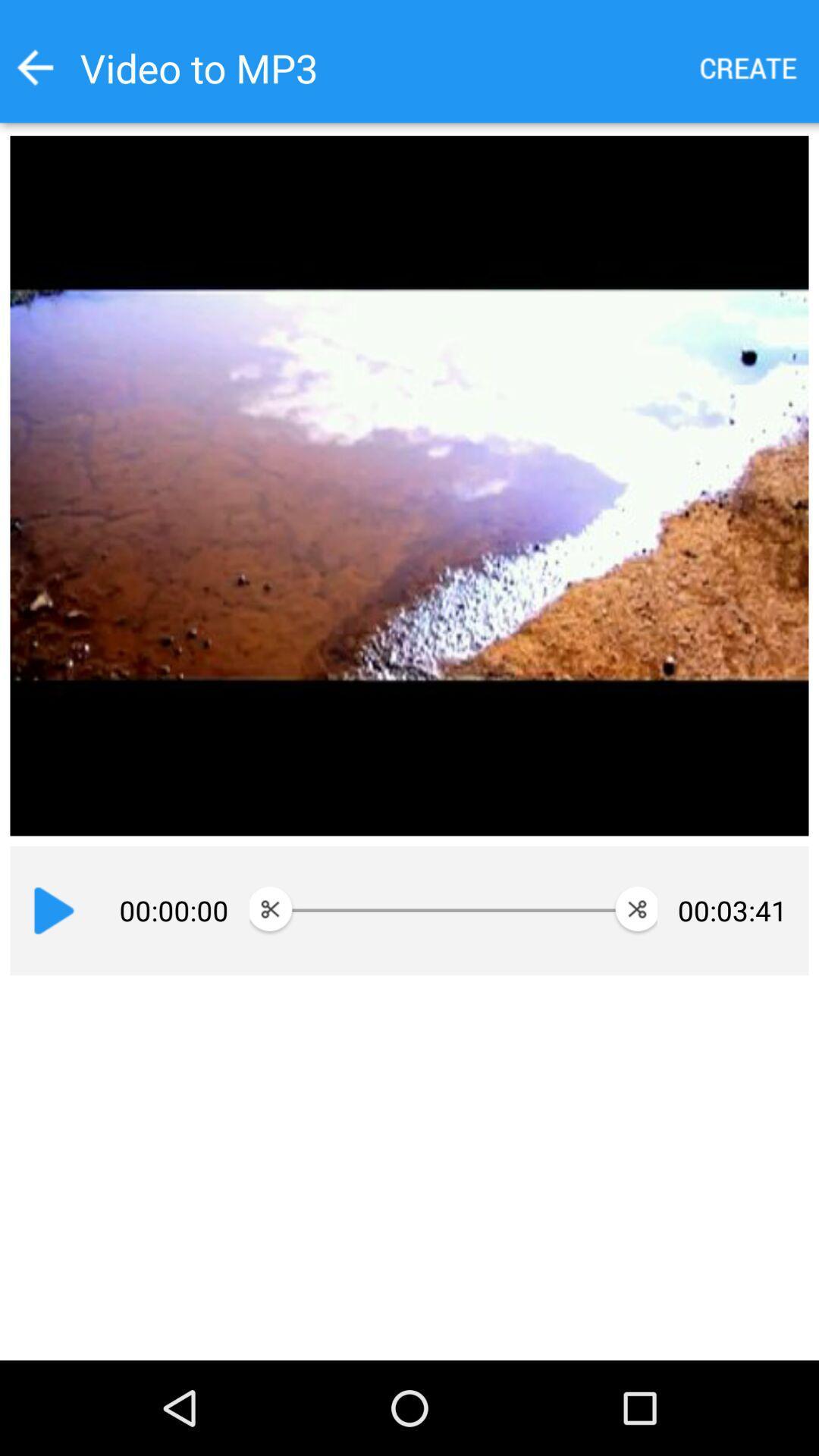 The image size is (819, 1456). What do you see at coordinates (34, 67) in the screenshot?
I see `the item to the left of video to mp3 app` at bounding box center [34, 67].